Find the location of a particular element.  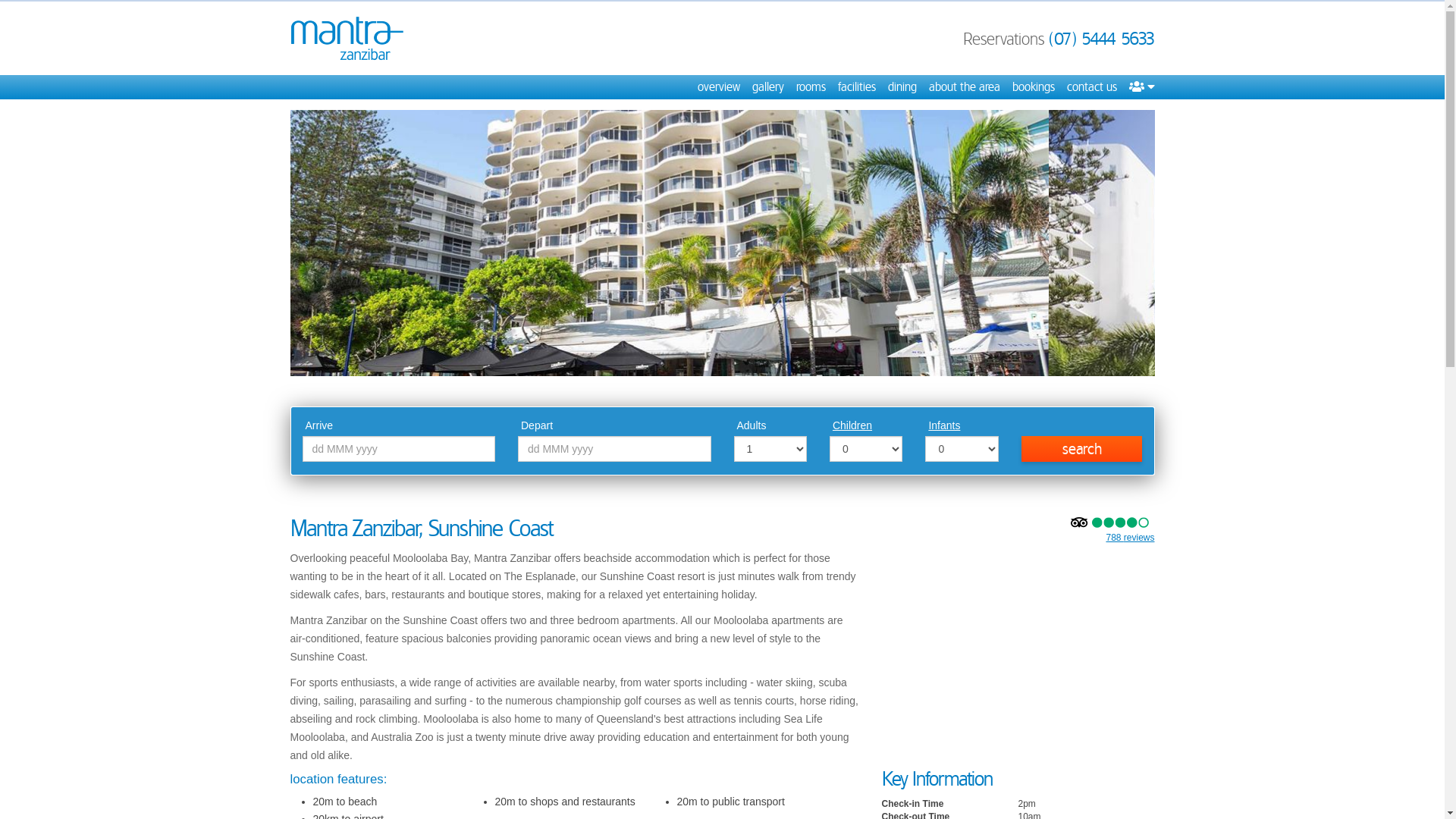

'overview' is located at coordinates (697, 87).